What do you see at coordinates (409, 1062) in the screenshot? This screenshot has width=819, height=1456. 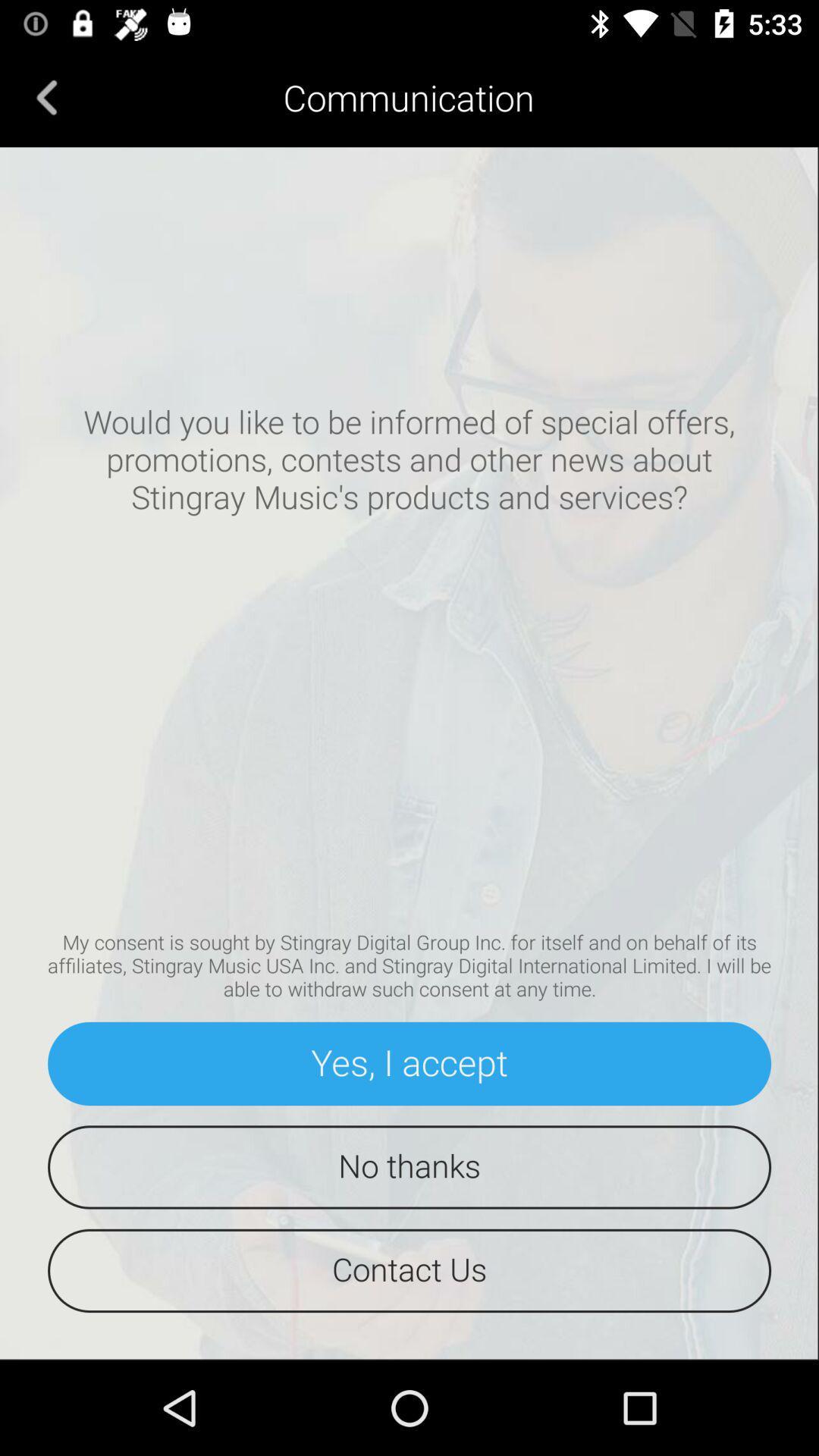 I see `the yes, i accept icon` at bounding box center [409, 1062].